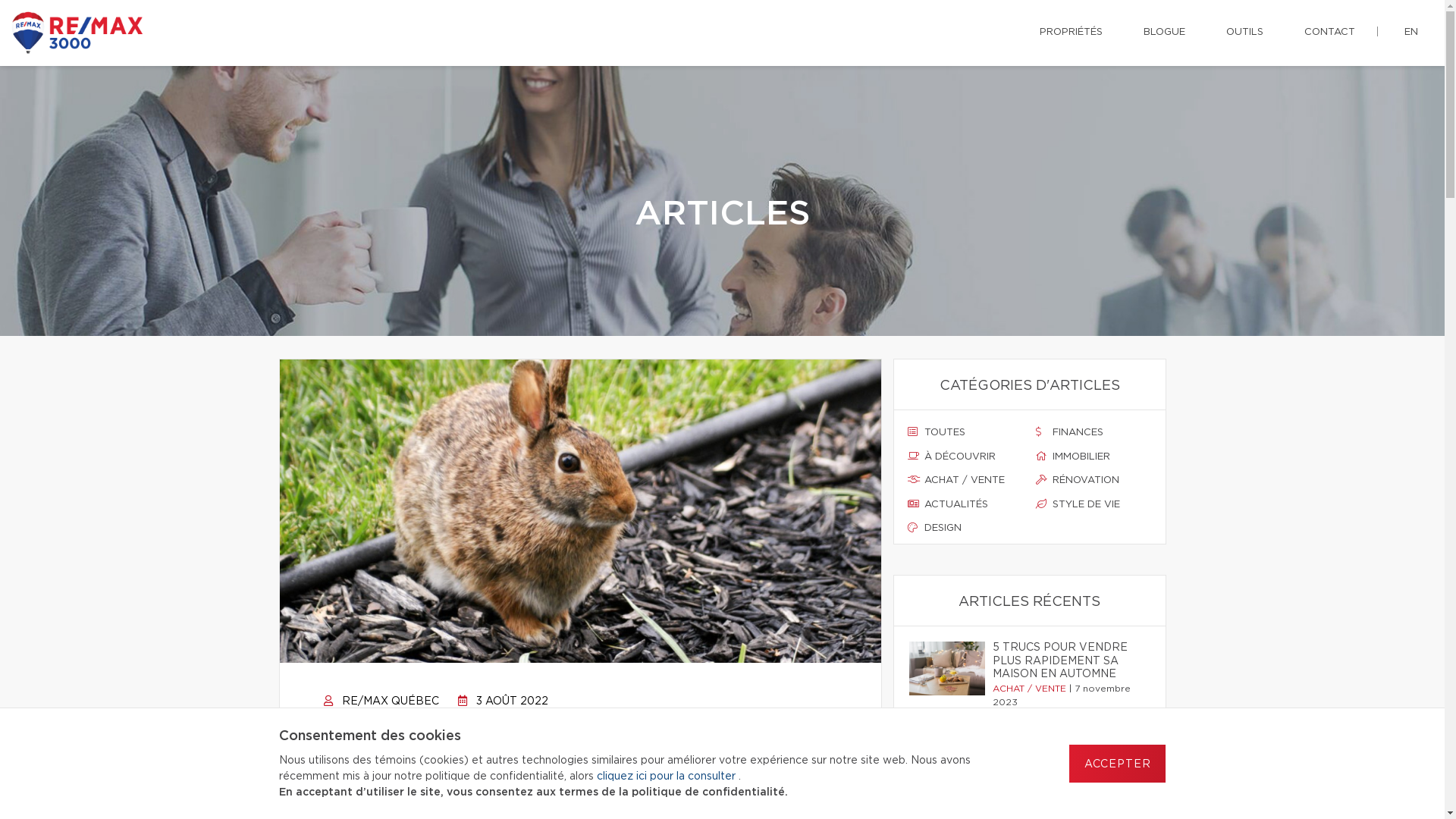 The width and height of the screenshot is (1456, 819). I want to click on 'CONTACT', so click(1291, 32).